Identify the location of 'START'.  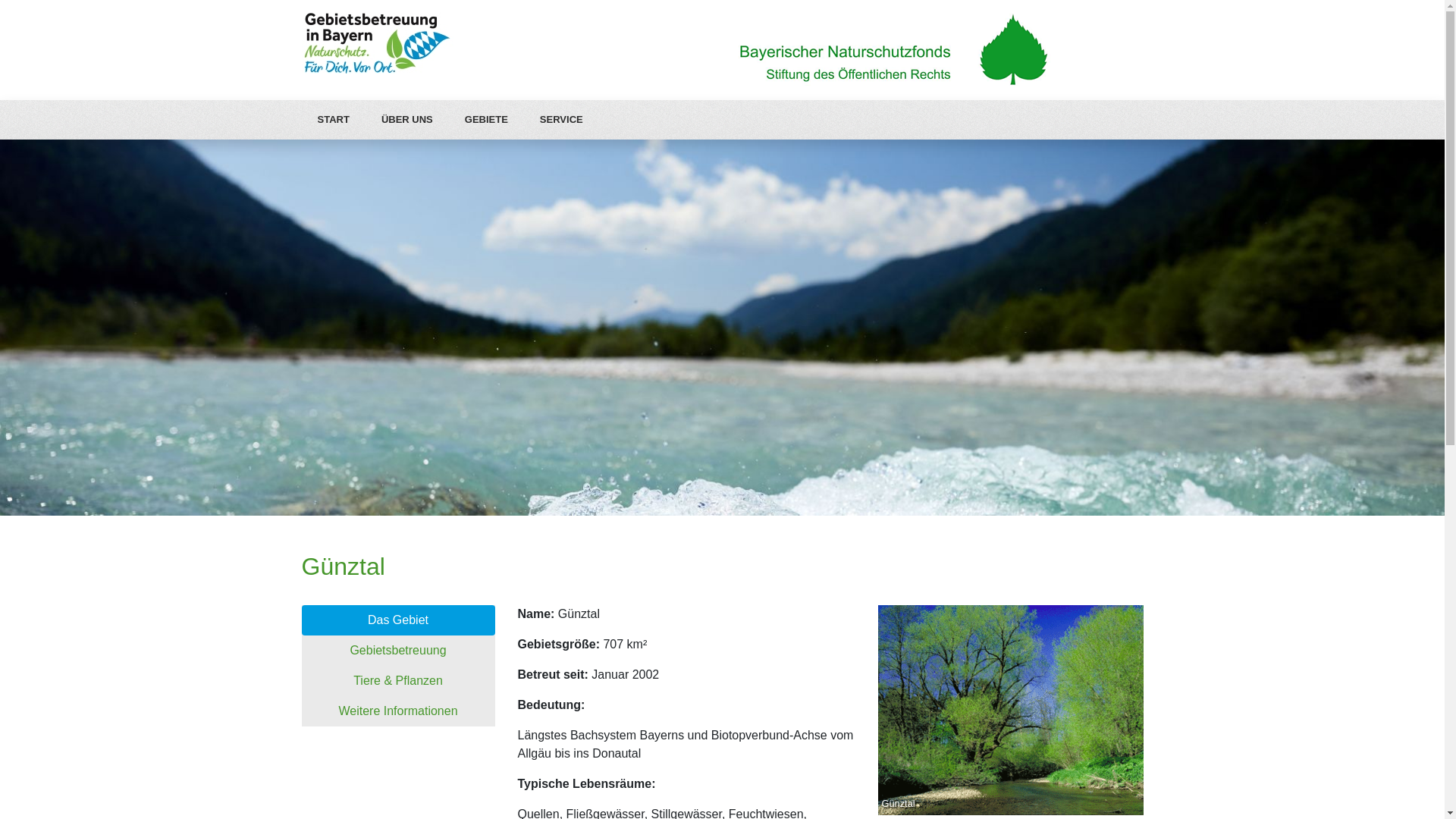
(333, 119).